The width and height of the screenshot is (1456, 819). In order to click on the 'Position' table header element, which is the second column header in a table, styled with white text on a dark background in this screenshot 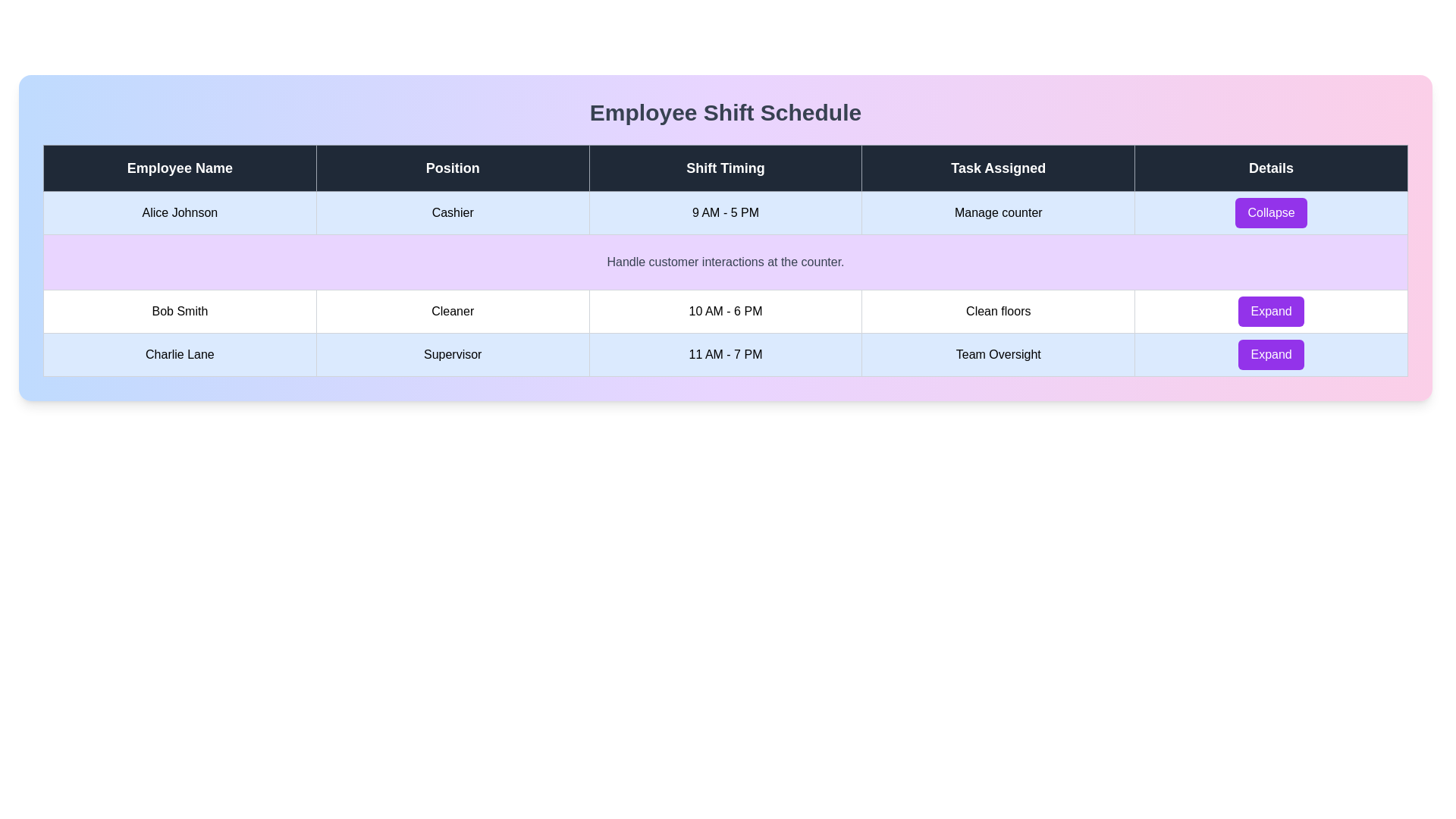, I will do `click(452, 168)`.